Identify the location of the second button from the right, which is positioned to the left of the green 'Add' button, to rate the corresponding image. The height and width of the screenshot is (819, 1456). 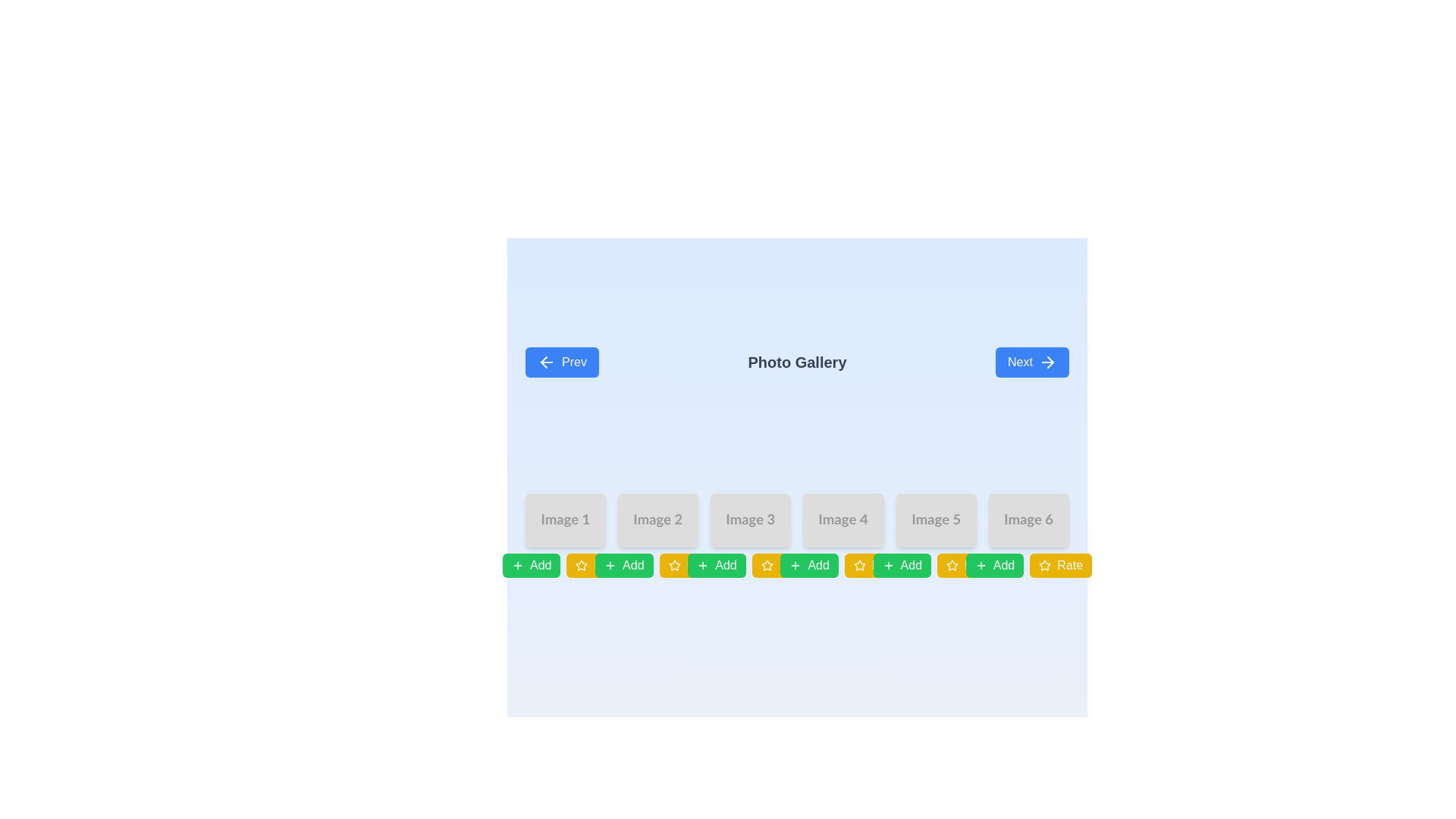
(597, 565).